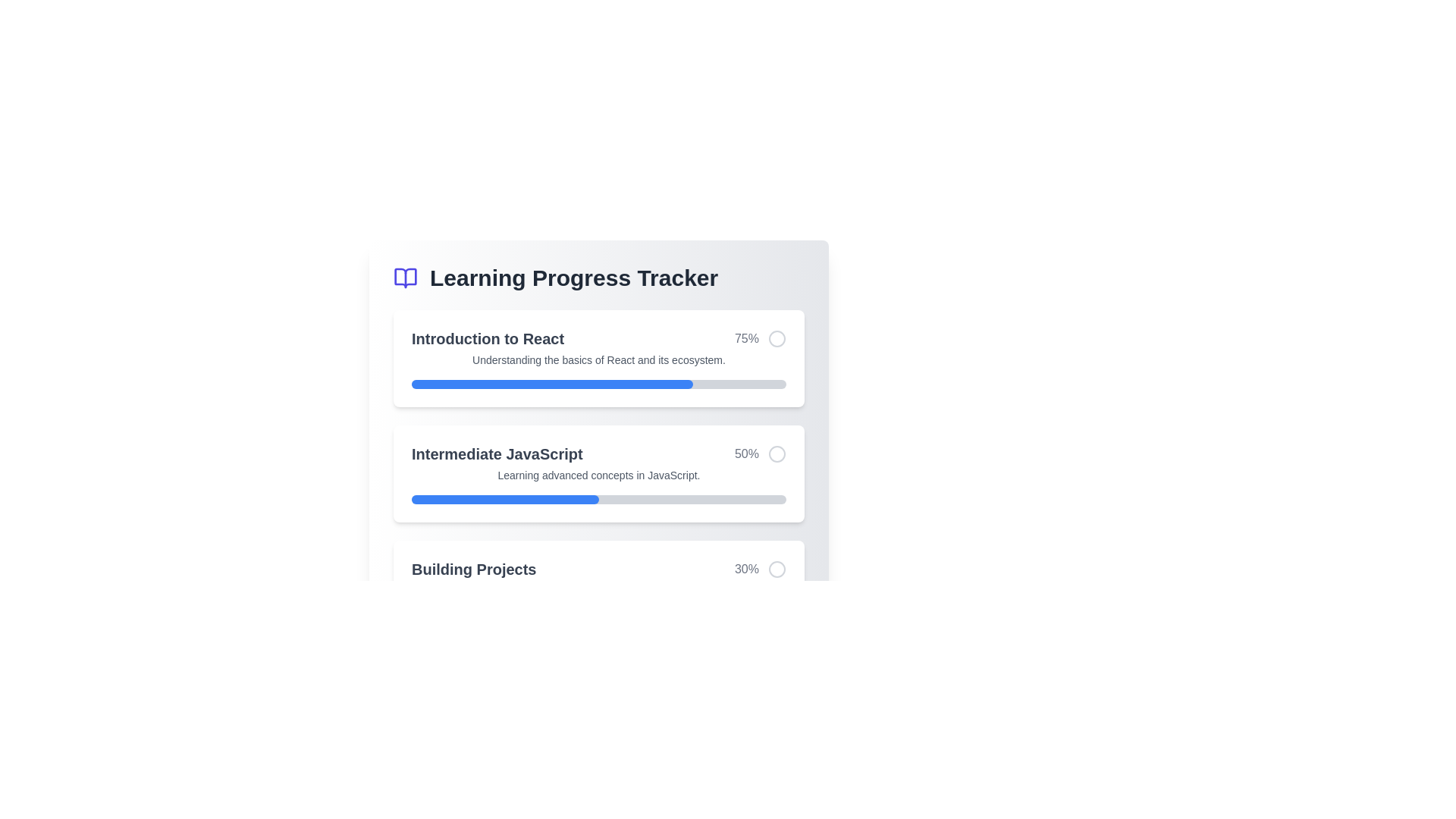 The width and height of the screenshot is (1456, 819). What do you see at coordinates (551, 383) in the screenshot?
I see `the blue filled segment of the progress bar that indicates 75% completion in the 'Introduction to React' section of the Learning Progress Tracker` at bounding box center [551, 383].